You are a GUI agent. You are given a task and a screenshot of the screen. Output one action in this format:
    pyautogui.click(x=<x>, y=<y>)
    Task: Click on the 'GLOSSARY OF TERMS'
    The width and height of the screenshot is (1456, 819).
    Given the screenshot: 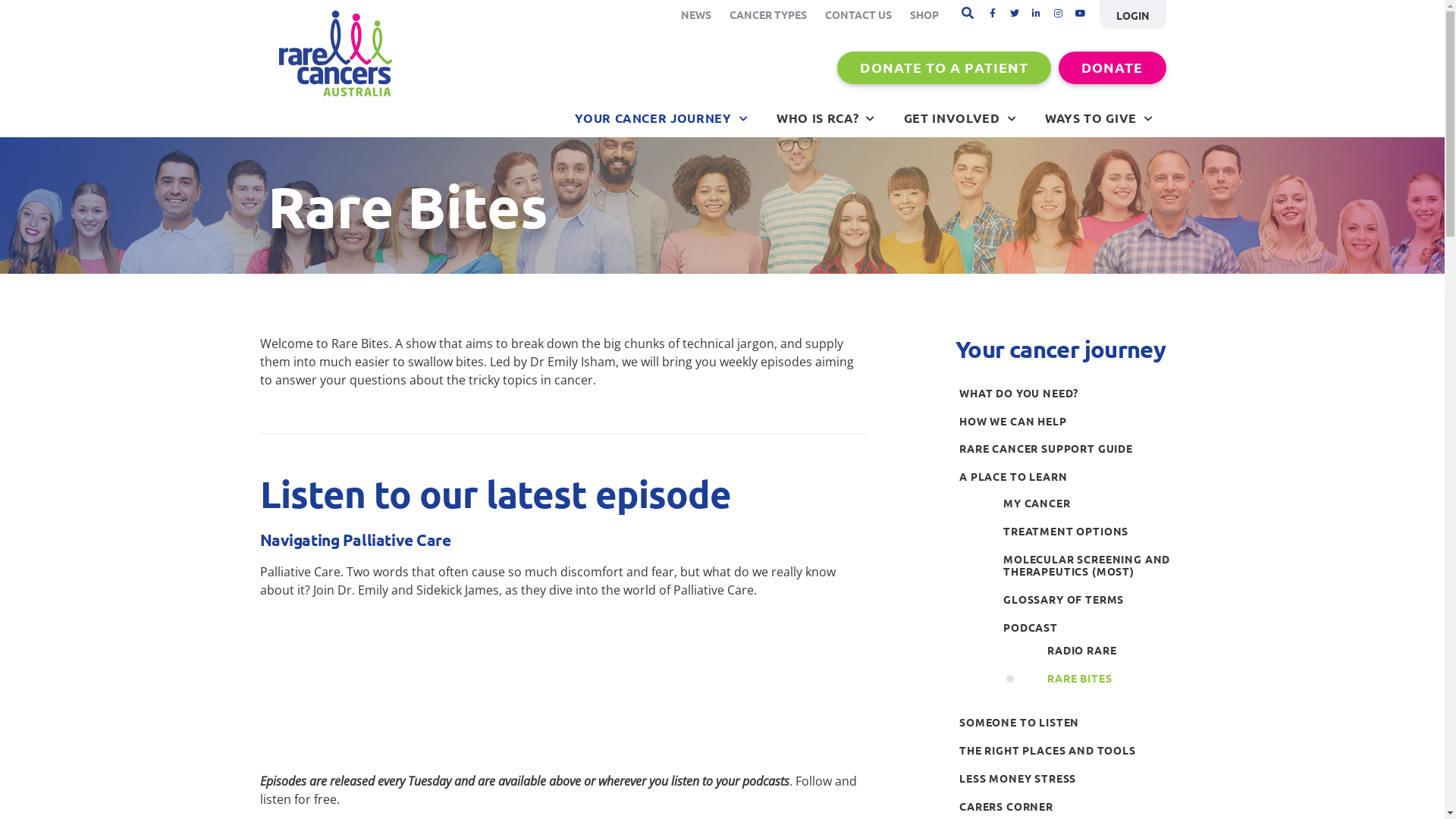 What is the action you would take?
    pyautogui.click(x=1087, y=598)
    